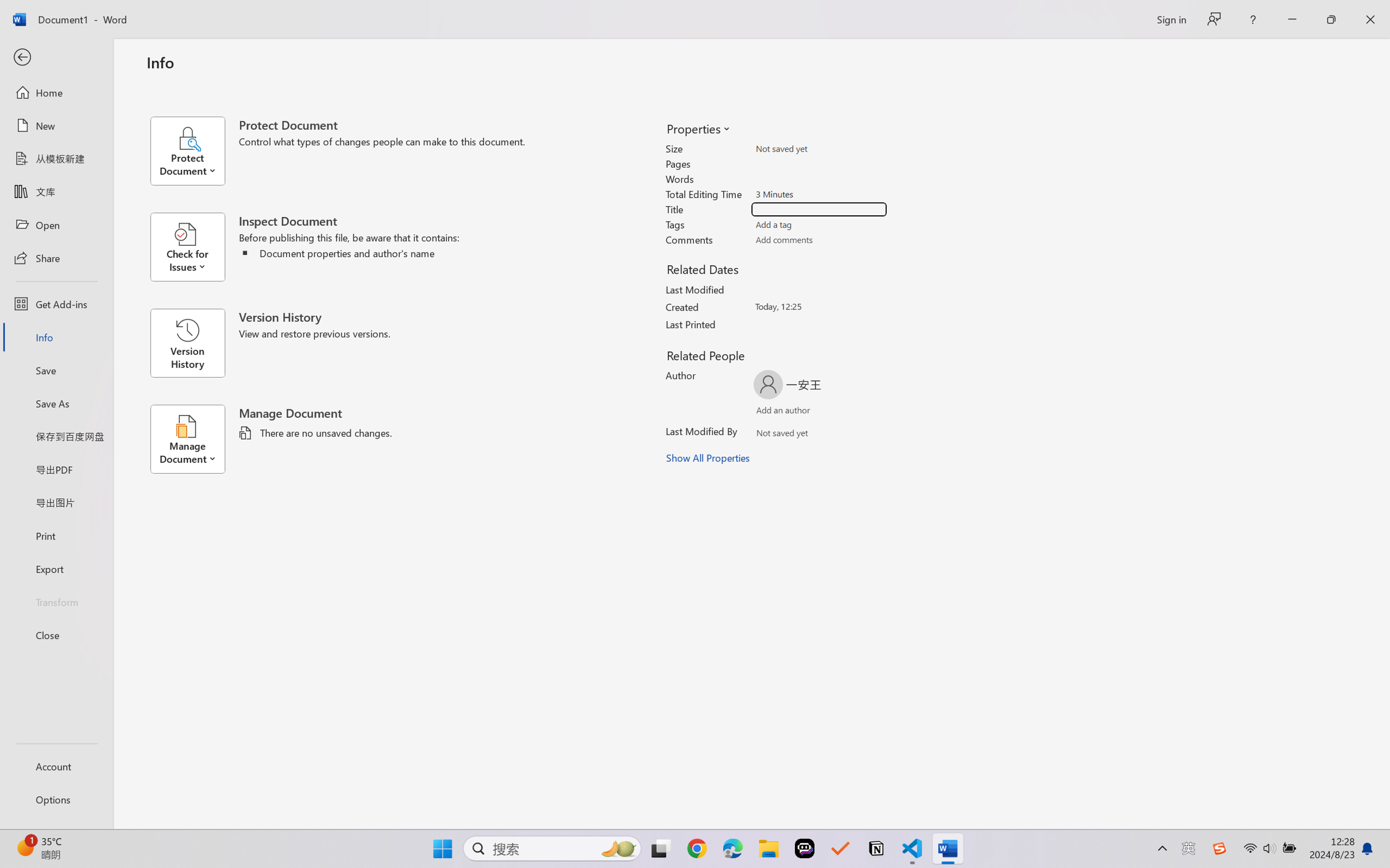 Image resolution: width=1390 pixels, height=868 pixels. Describe the element at coordinates (819, 209) in the screenshot. I see `'Title'` at that location.